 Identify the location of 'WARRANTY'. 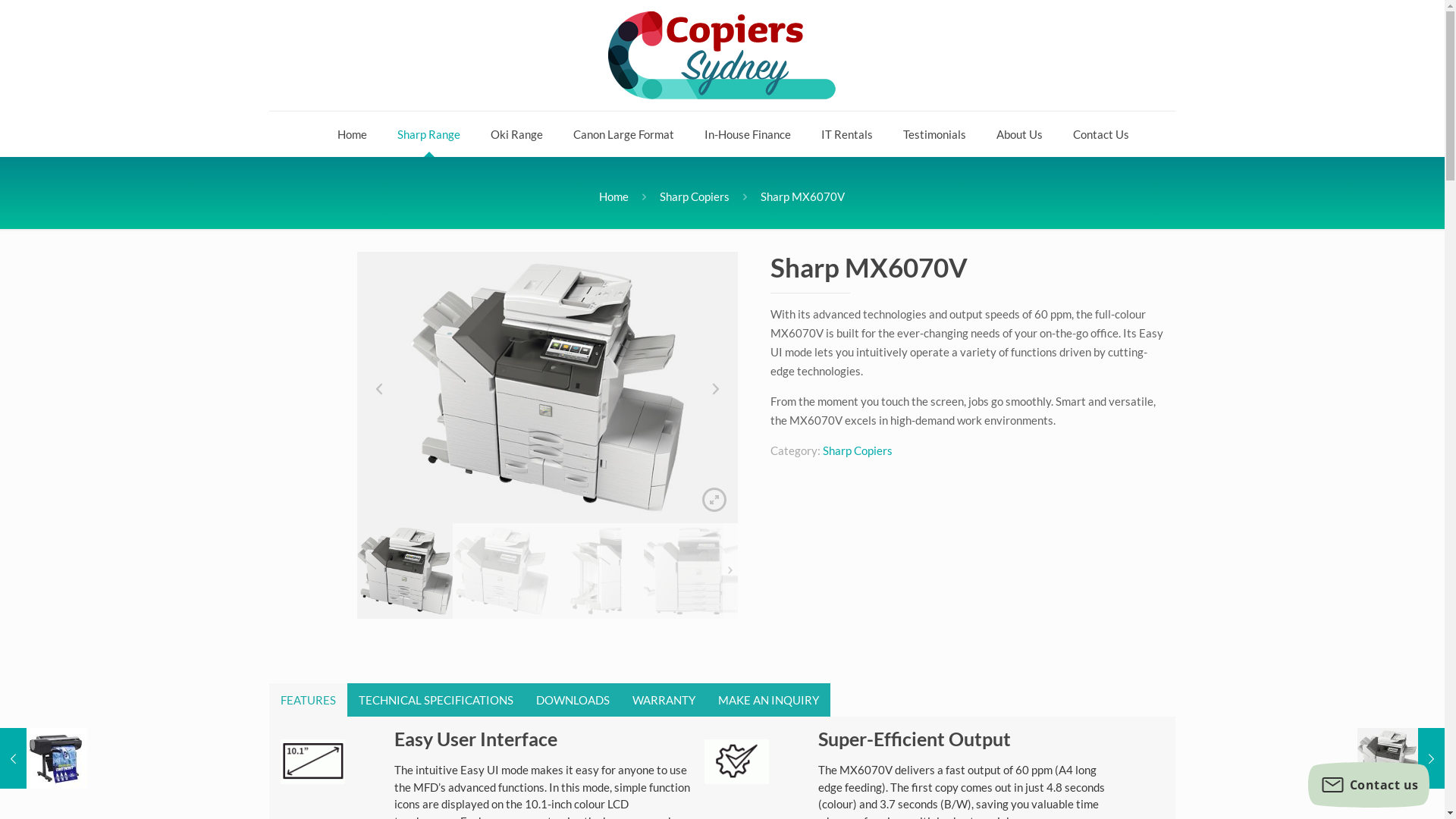
(664, 700).